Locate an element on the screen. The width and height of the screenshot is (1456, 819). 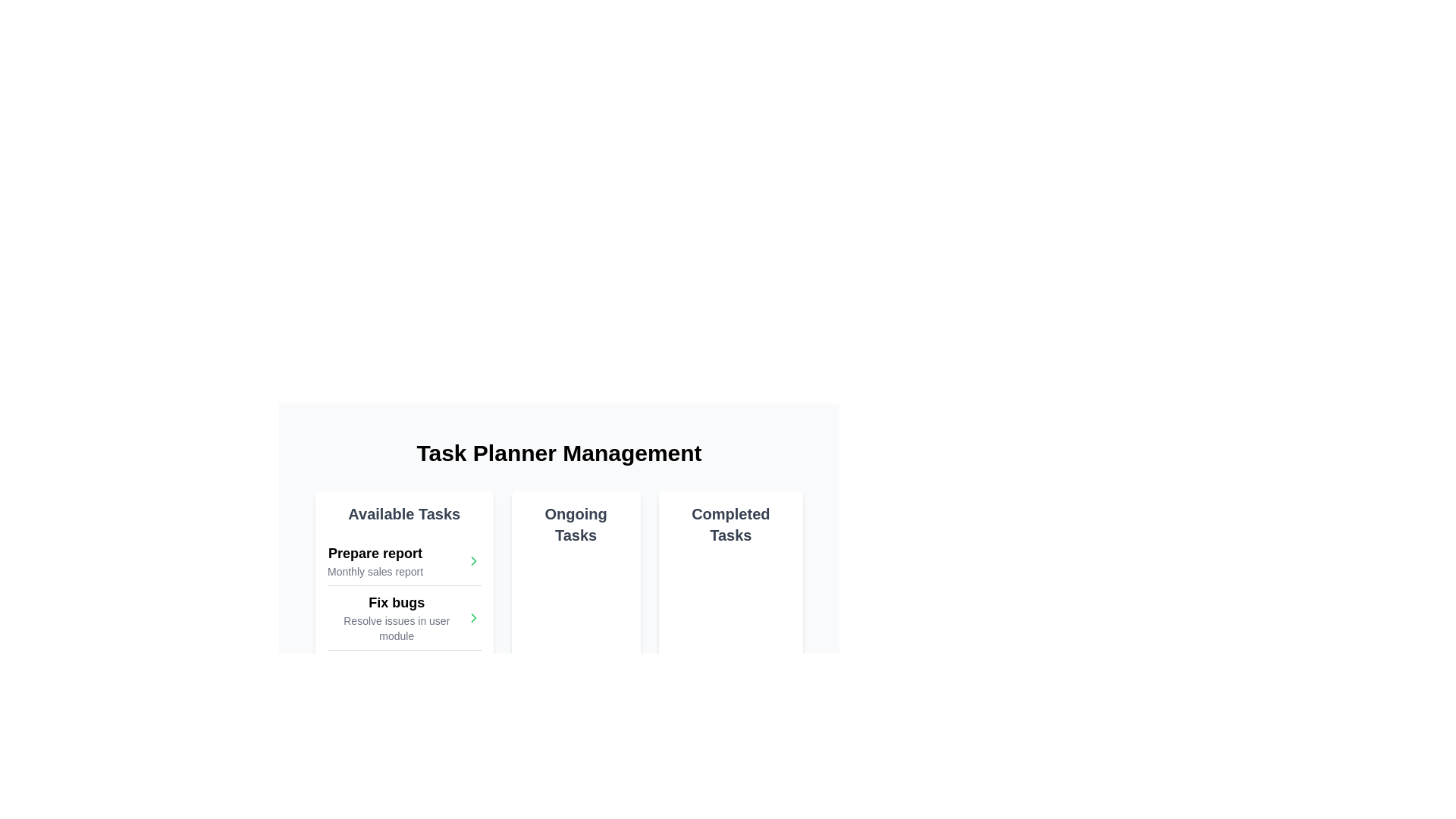
the 'Ongoing' tasks card, which is the middle card in a row of three is located at coordinates (575, 601).